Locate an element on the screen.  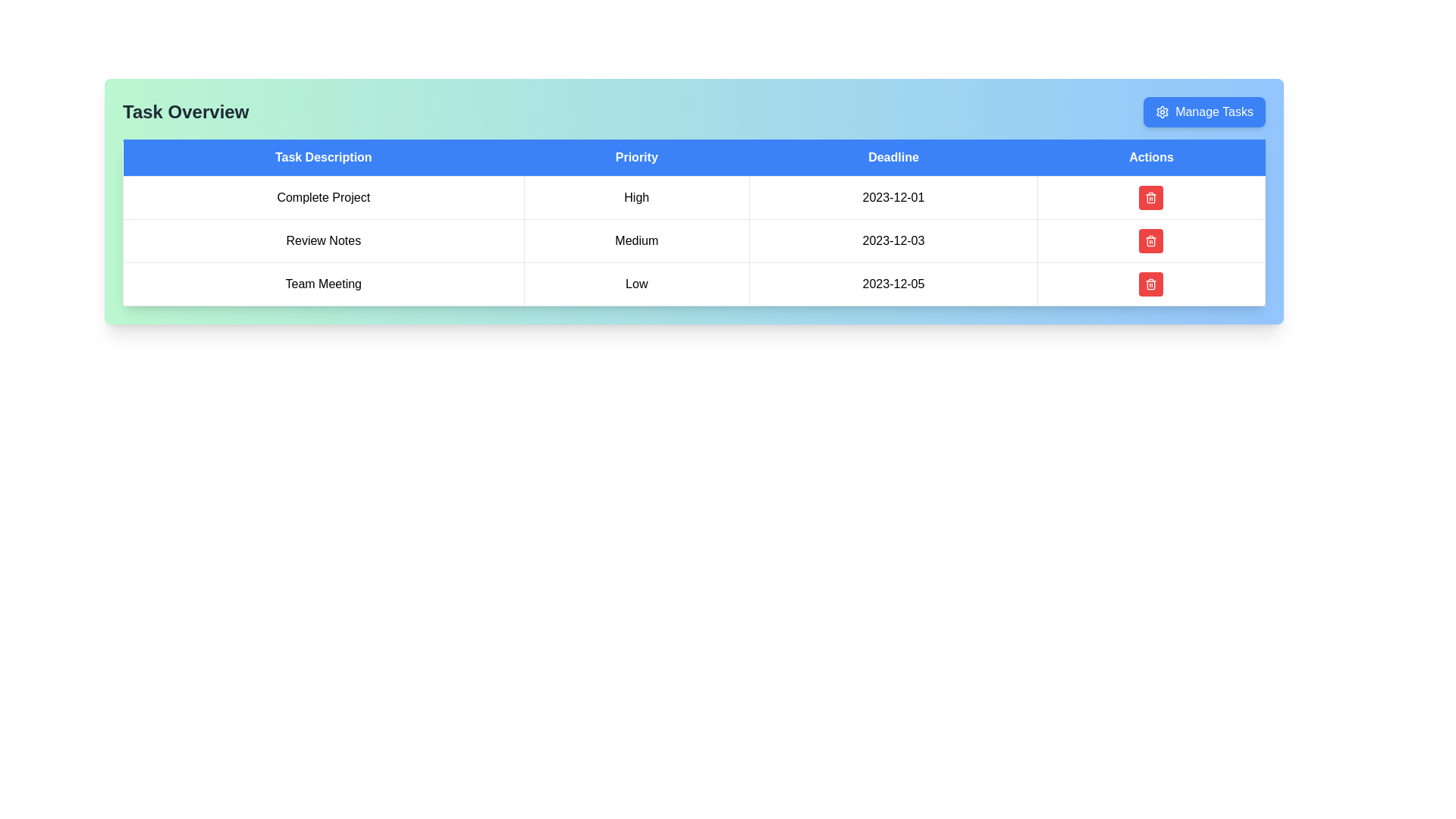
the 'Medium' text label in the 'Priority' column and 'Review Notes' row of the table under the 'Task Overview' section is located at coordinates (636, 240).